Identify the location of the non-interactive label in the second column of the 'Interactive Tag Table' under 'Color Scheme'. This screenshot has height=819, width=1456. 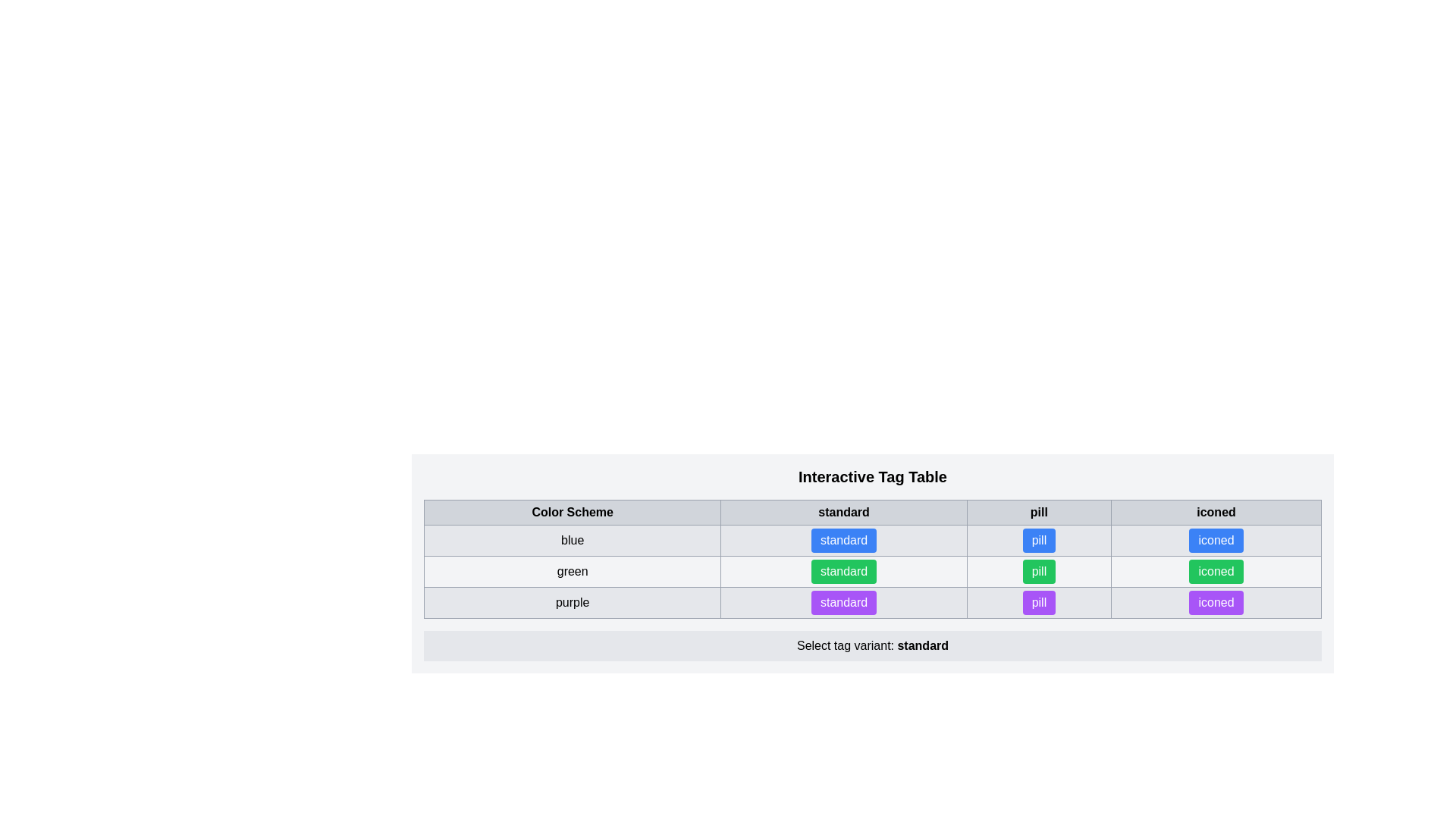
(843, 512).